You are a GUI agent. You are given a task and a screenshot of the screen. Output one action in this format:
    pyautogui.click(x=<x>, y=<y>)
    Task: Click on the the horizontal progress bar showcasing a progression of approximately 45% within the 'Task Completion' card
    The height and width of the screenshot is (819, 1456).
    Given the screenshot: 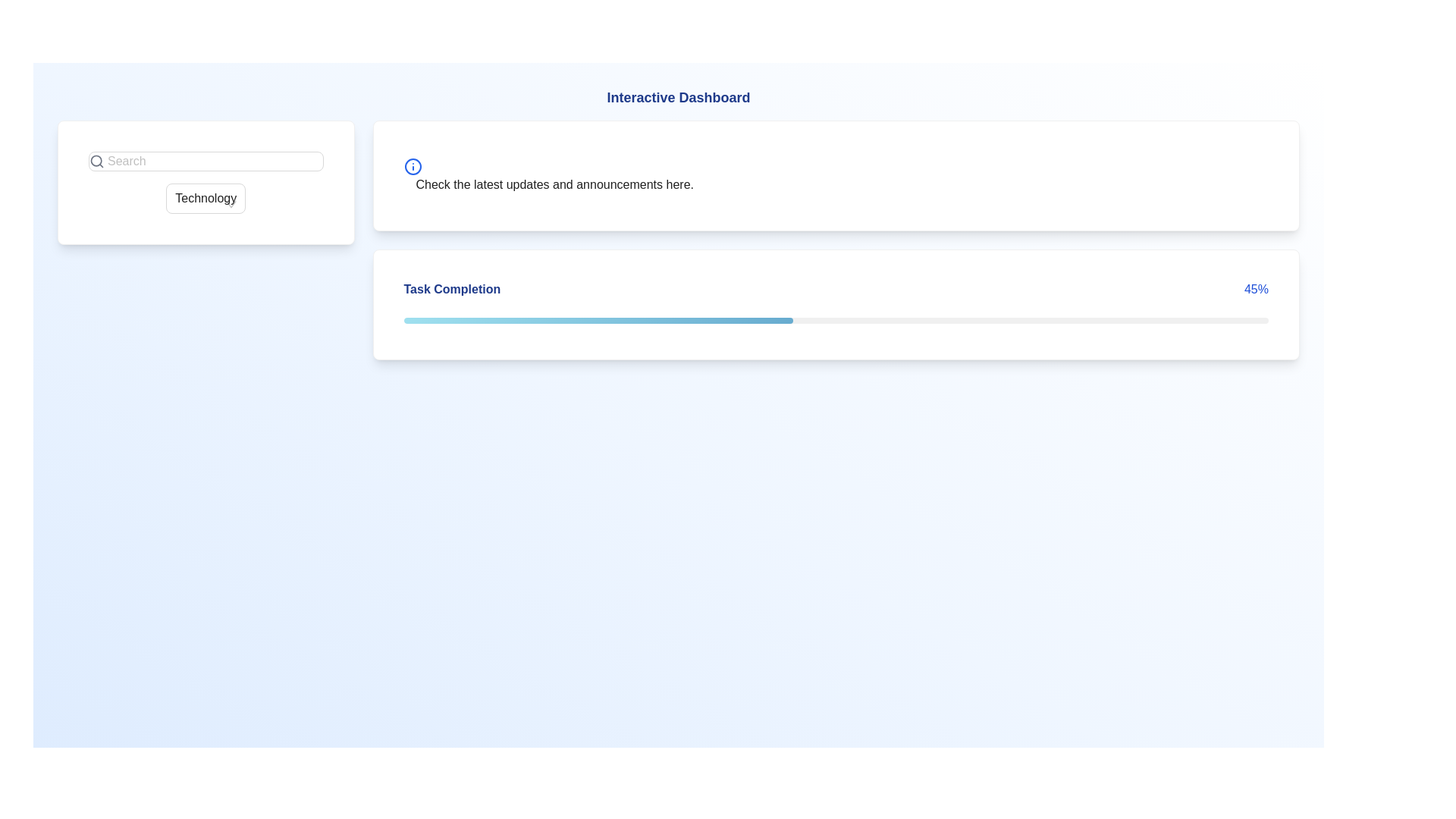 What is the action you would take?
    pyautogui.click(x=835, y=320)
    